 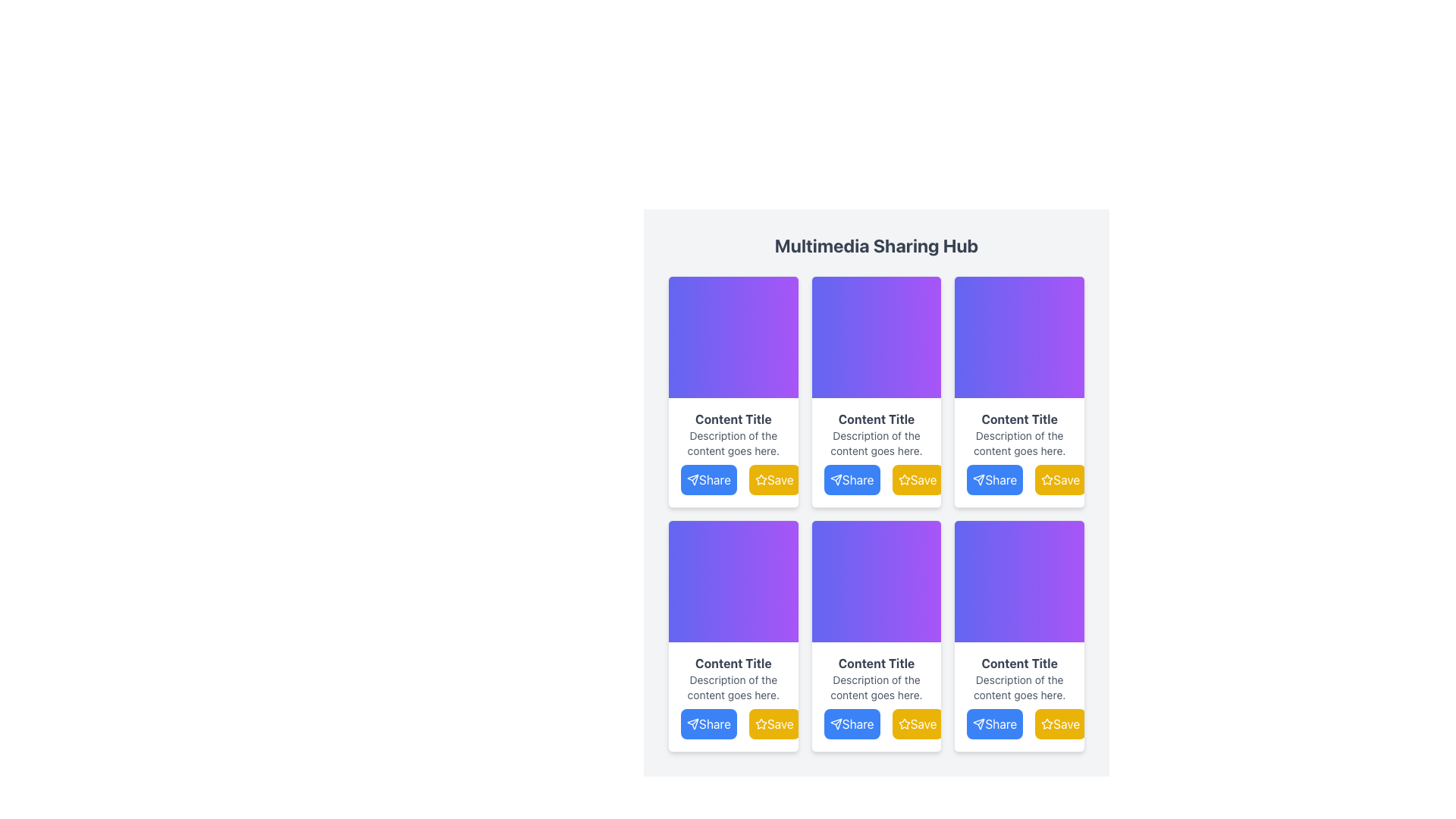 What do you see at coordinates (692, 723) in the screenshot?
I see `the share icon located within the 'Share' button at the bottom left corner card in the first column and third row of the content grid` at bounding box center [692, 723].